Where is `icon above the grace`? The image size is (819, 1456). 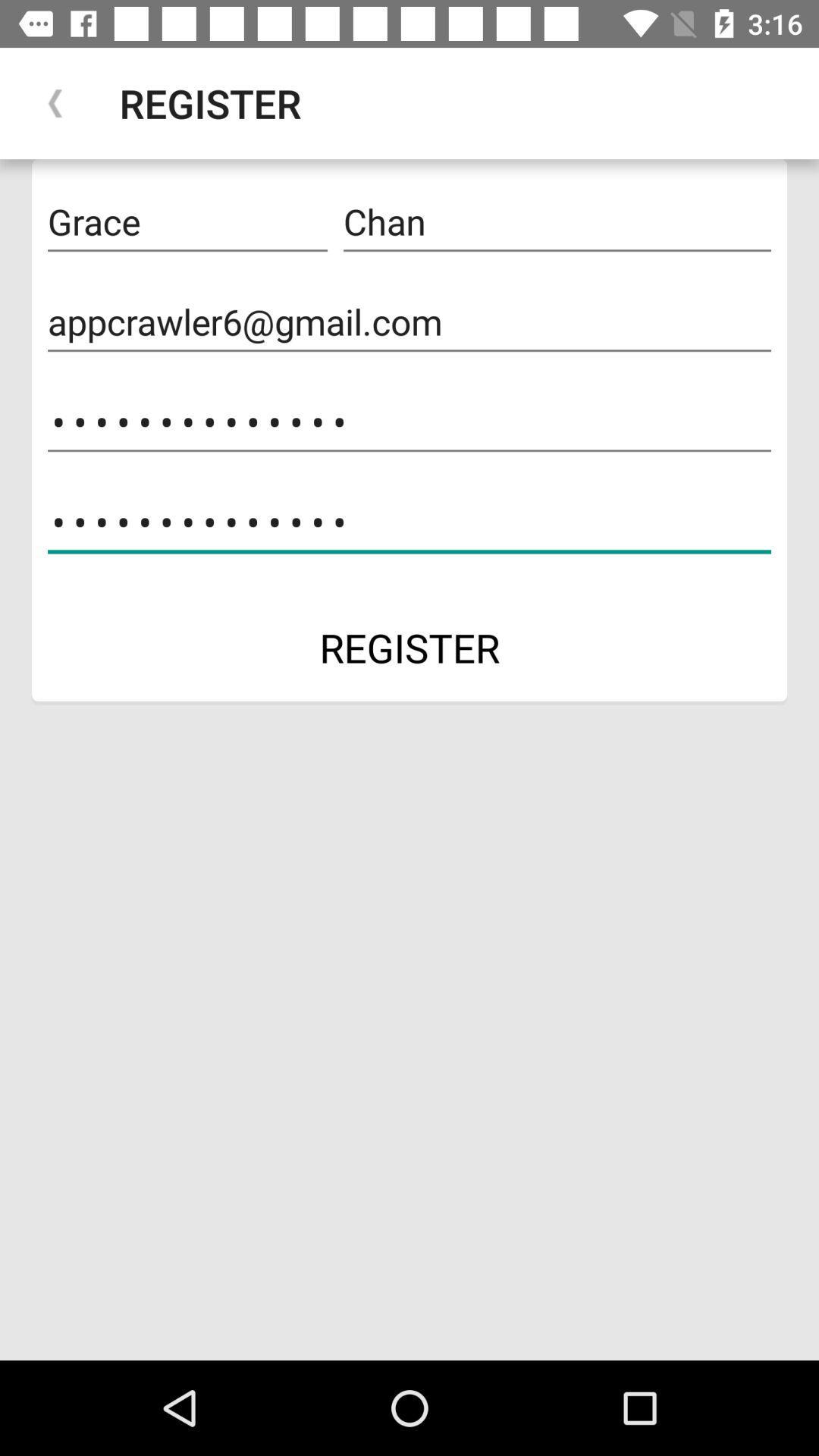
icon above the grace is located at coordinates (55, 102).